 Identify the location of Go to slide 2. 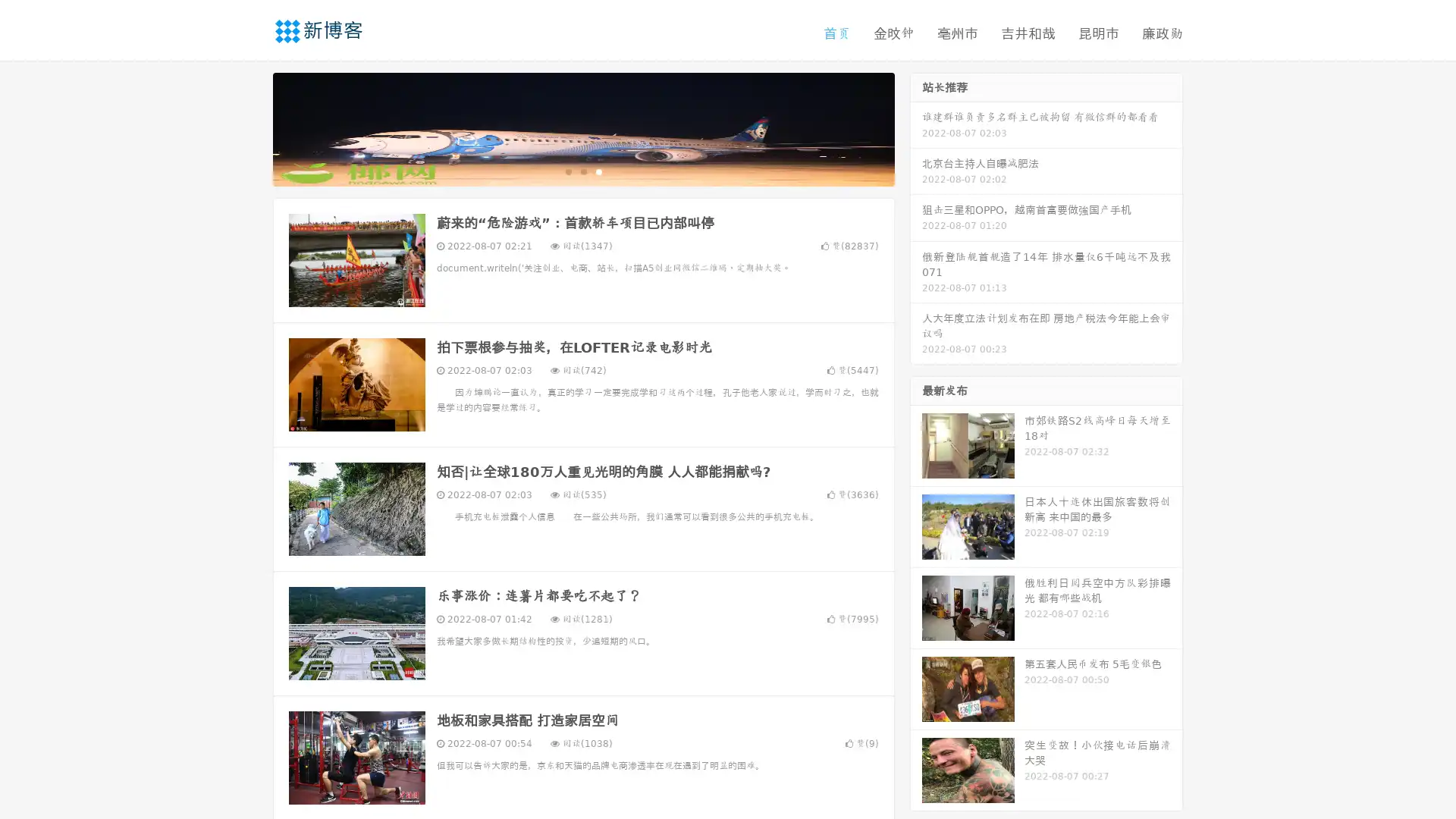
(582, 171).